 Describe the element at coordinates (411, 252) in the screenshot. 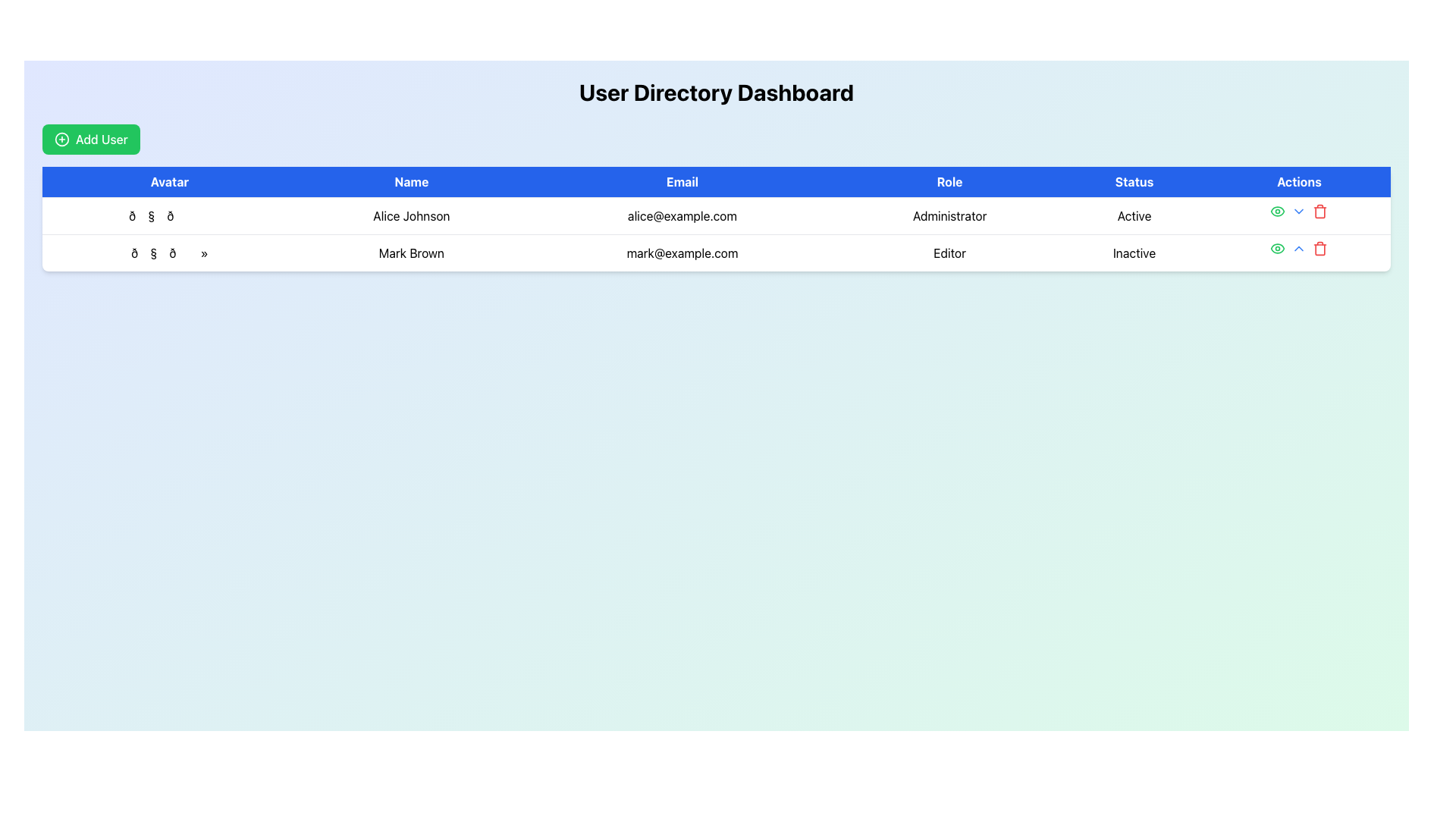

I see `the Text Display element that shows the name 'Mark Brown' in the second row of the table under the 'Name' column` at that location.